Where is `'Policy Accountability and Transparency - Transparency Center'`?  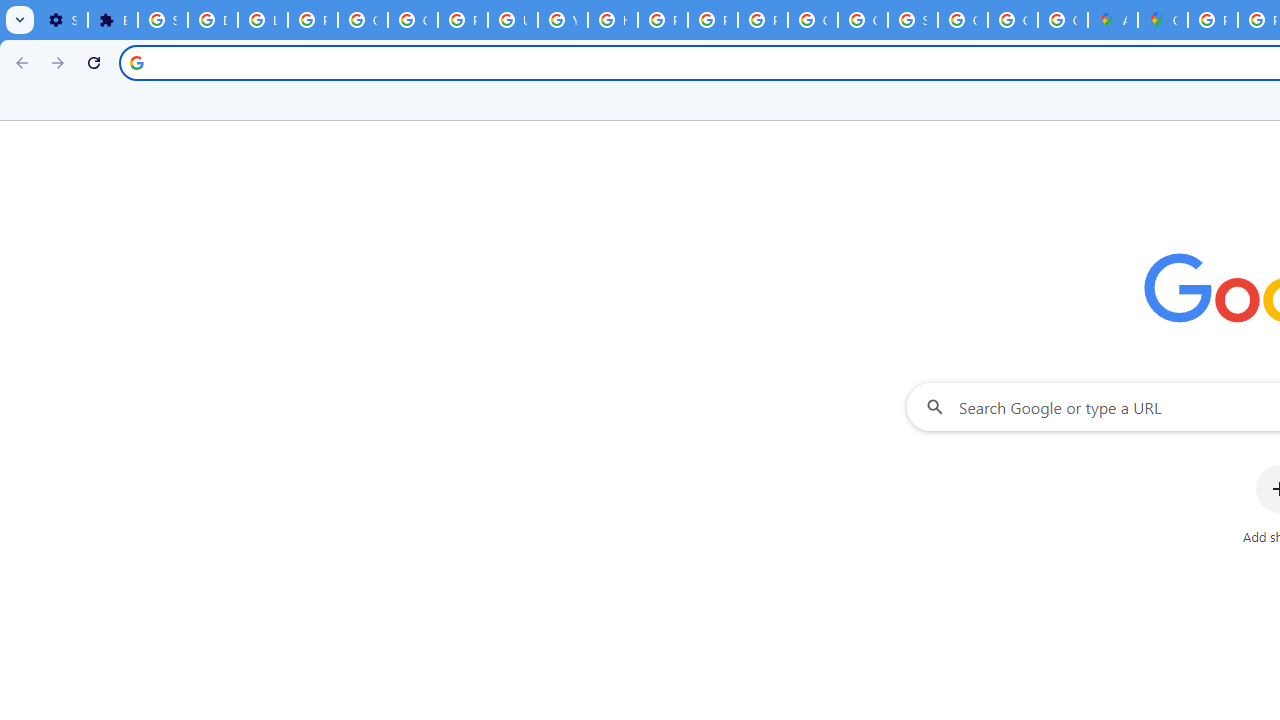 'Policy Accountability and Transparency - Transparency Center' is located at coordinates (1211, 20).